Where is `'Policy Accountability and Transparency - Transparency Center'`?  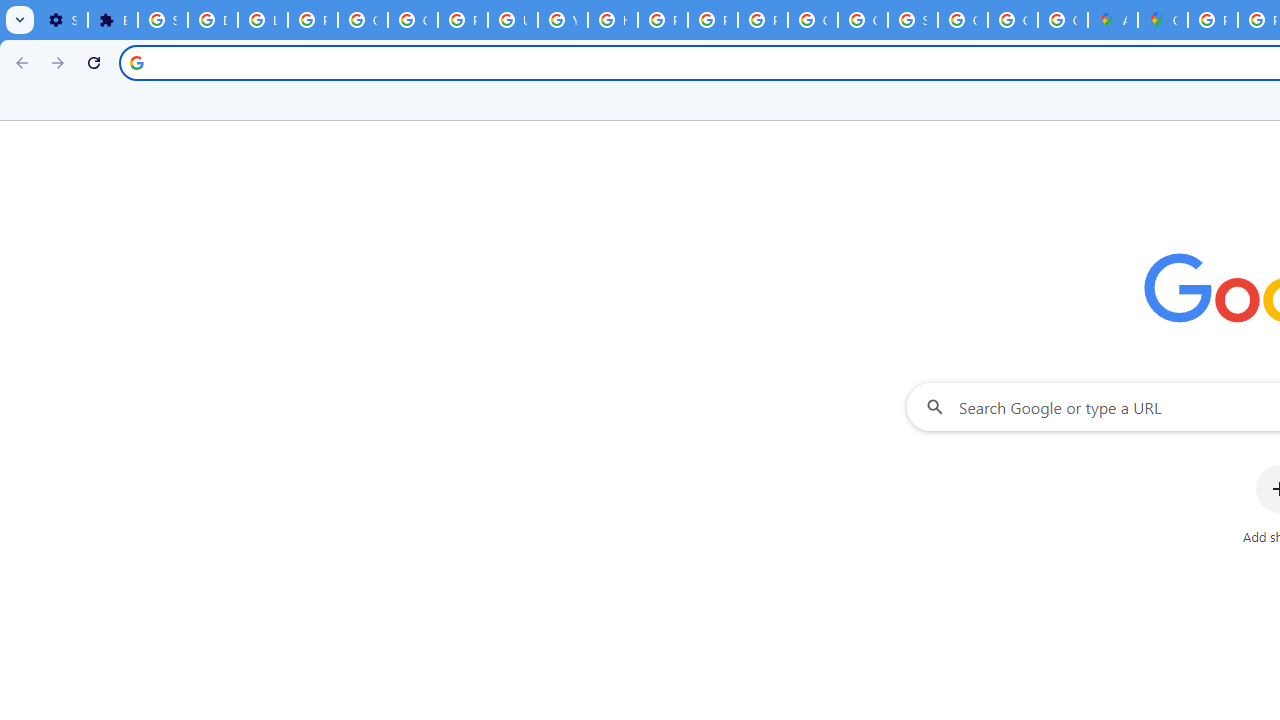 'Policy Accountability and Transparency - Transparency Center' is located at coordinates (1211, 20).